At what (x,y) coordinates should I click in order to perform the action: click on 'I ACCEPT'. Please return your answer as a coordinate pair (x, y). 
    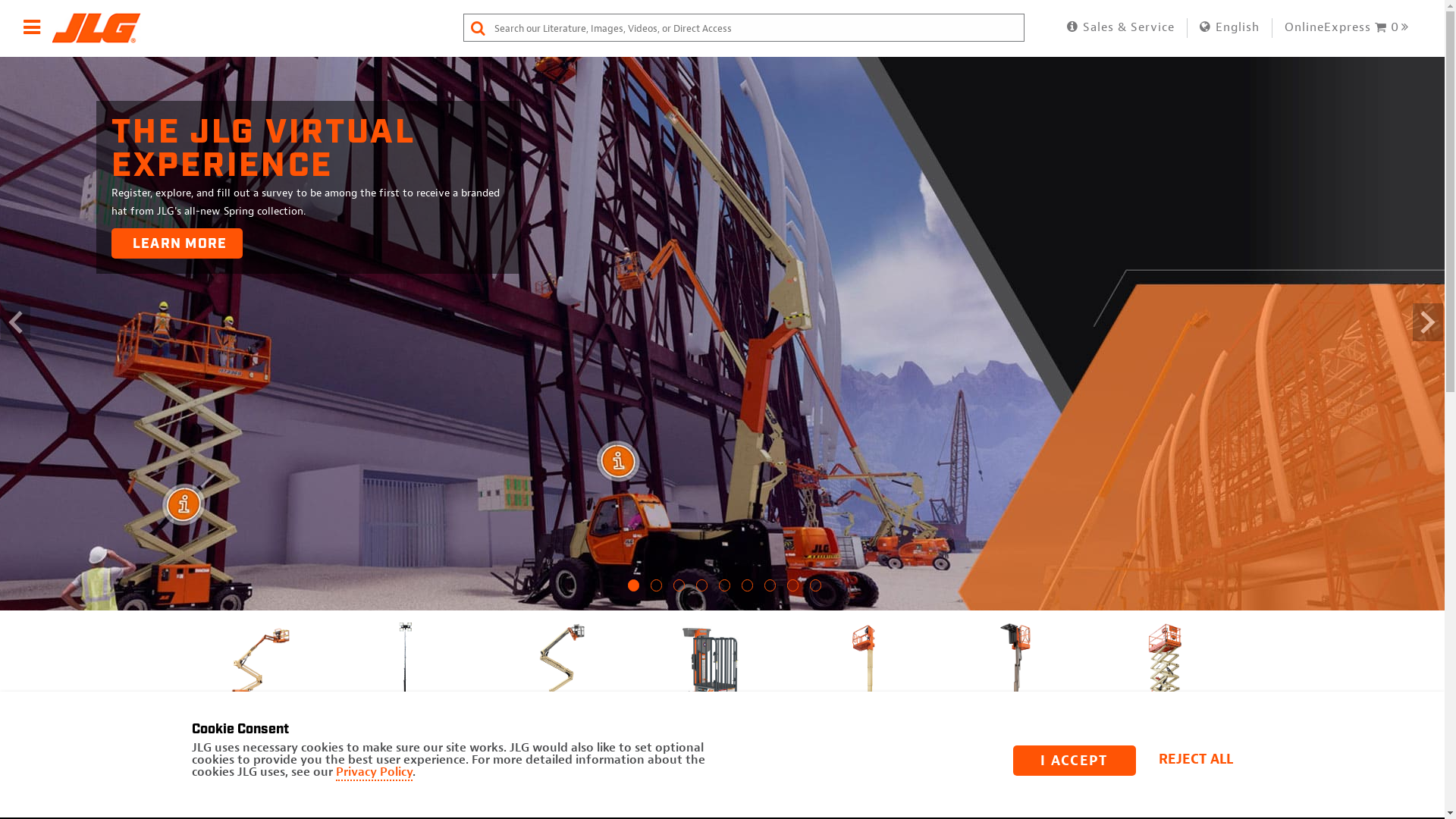
    Looking at the image, I should click on (1073, 760).